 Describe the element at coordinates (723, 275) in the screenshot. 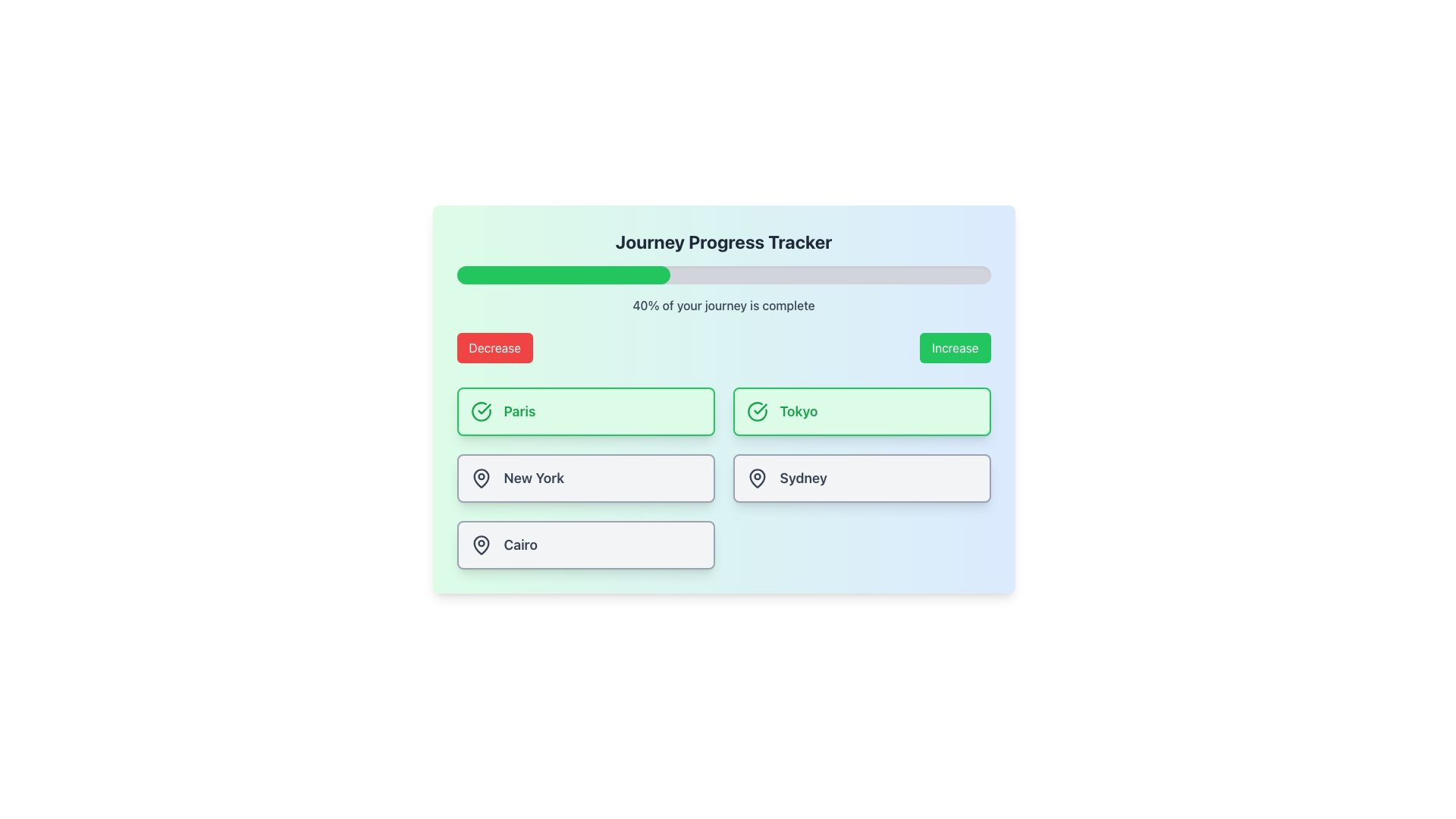

I see `the progress represented by the horizontal progress bar located below the title 'Journey Progress Tracker' and above the text '40% of your journey is complete'` at that location.